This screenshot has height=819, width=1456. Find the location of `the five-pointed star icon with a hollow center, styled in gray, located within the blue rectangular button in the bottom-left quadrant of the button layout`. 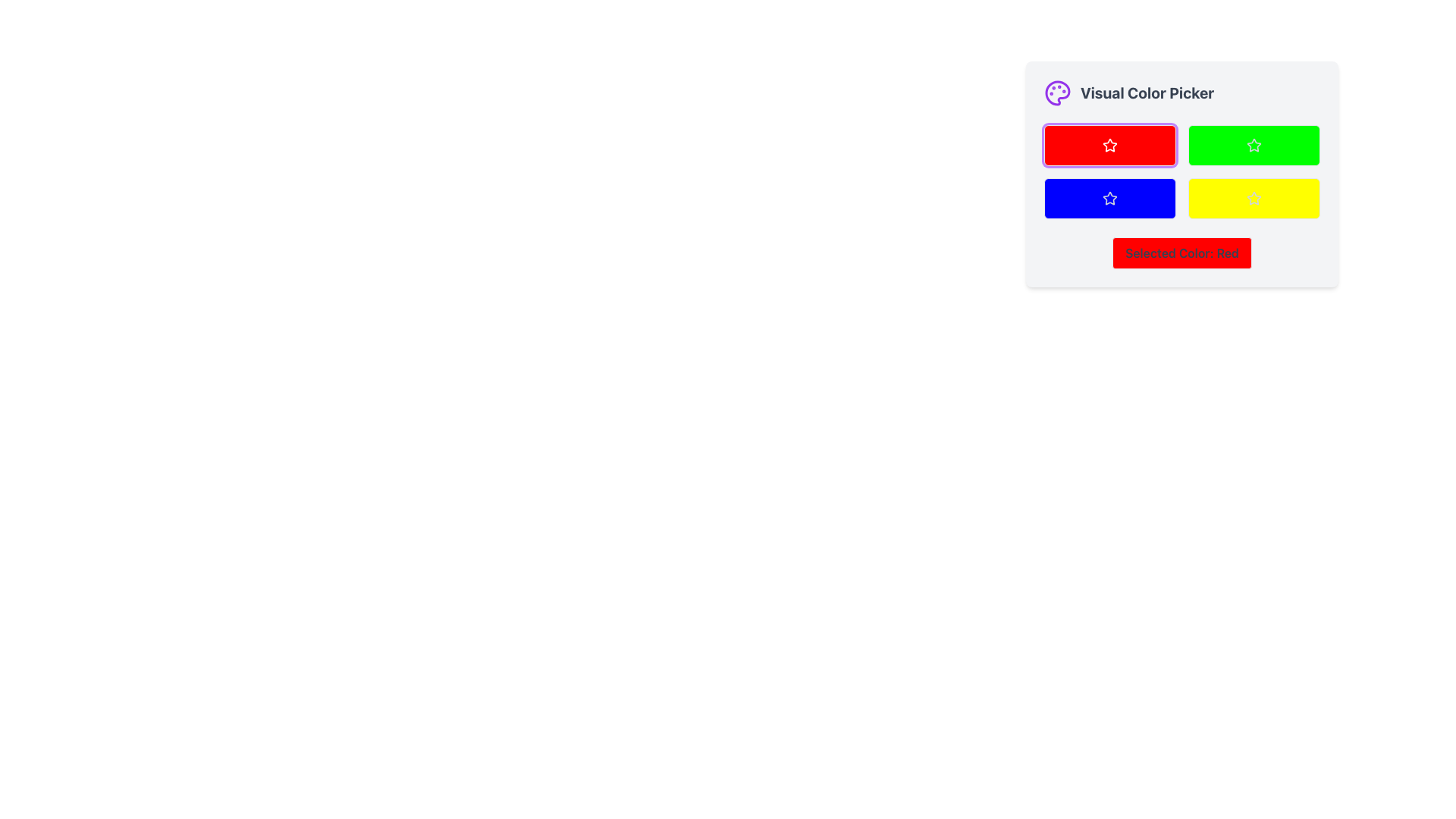

the five-pointed star icon with a hollow center, styled in gray, located within the blue rectangular button in the bottom-left quadrant of the button layout is located at coordinates (1110, 197).